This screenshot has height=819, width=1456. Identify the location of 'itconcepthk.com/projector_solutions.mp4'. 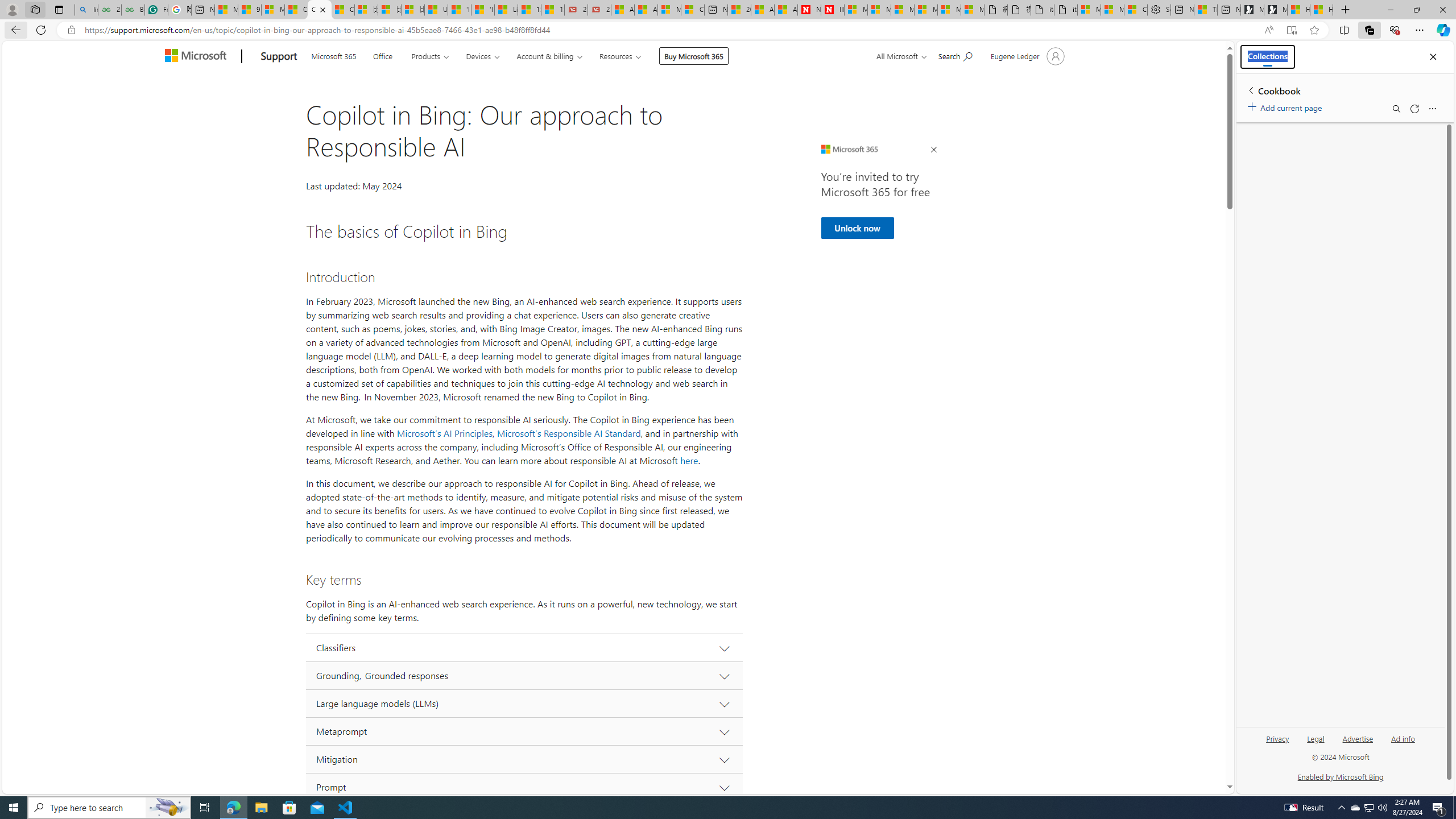
(1065, 9).